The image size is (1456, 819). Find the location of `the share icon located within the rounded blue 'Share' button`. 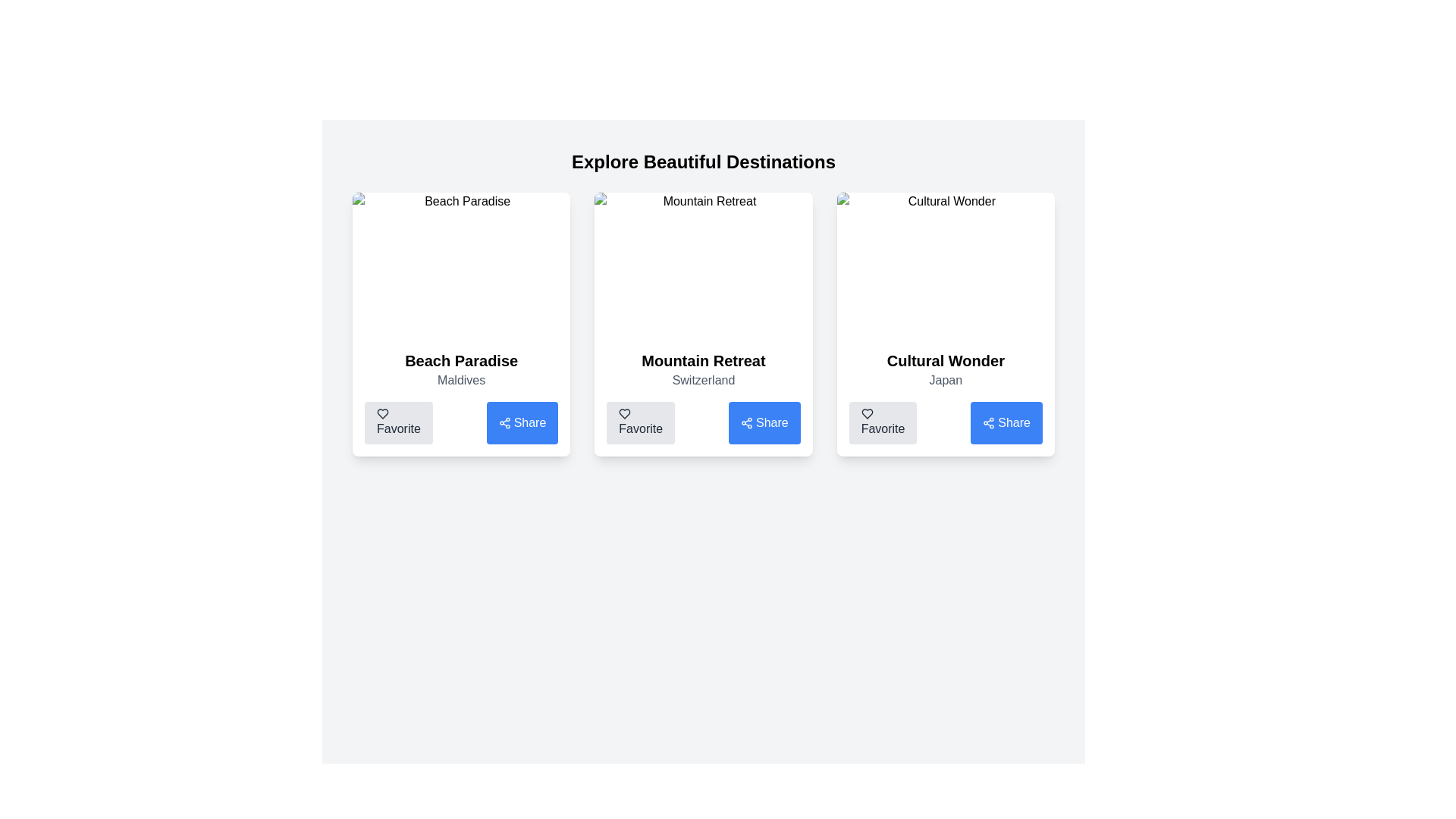

the share icon located within the rounded blue 'Share' button is located at coordinates (746, 423).